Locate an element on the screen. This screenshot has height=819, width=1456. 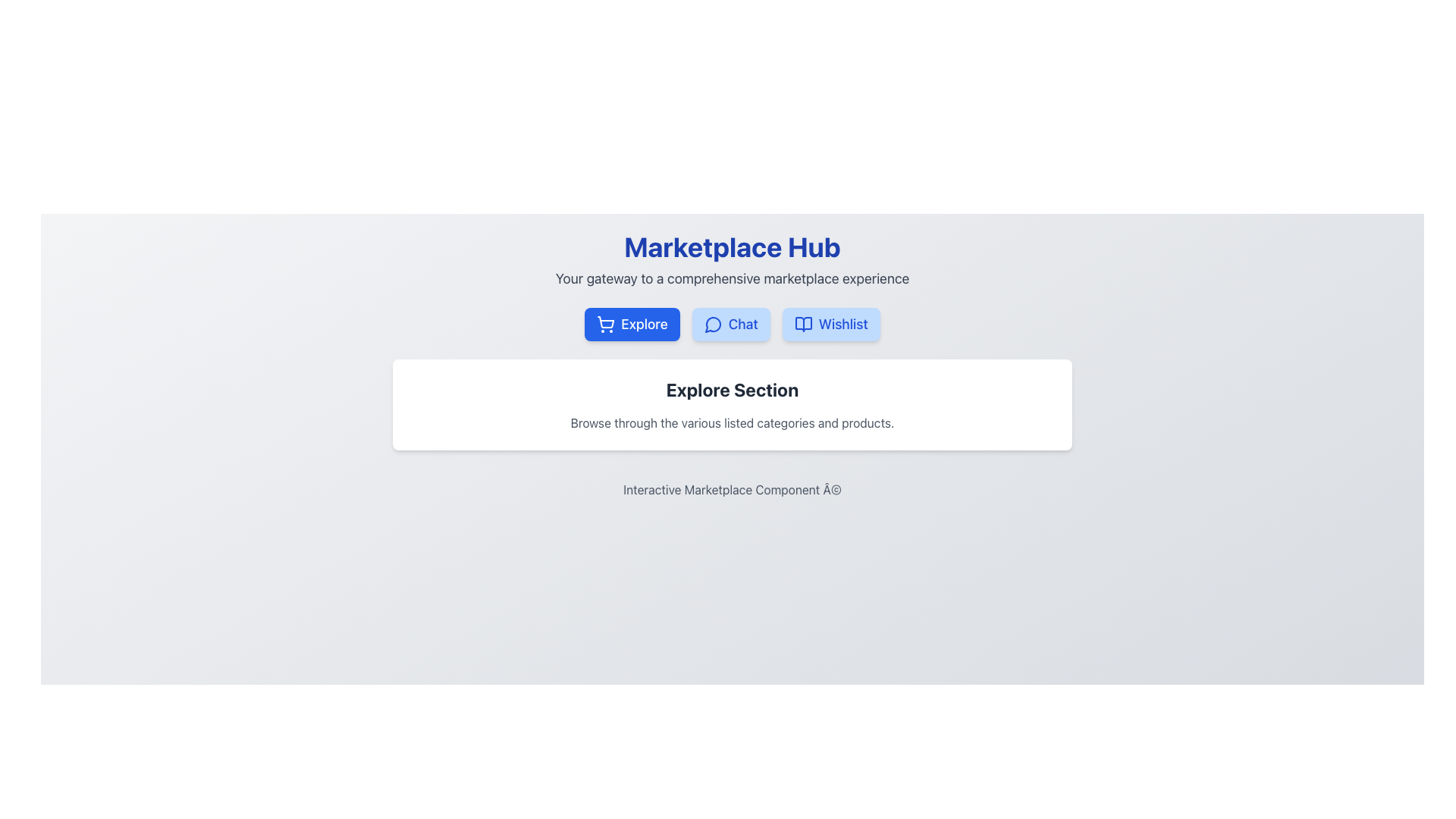
the shopping icon embedded in the 'Explore' button, which is the leftmost button in a row of three buttons below the title 'Marketplace Hub' is located at coordinates (605, 324).